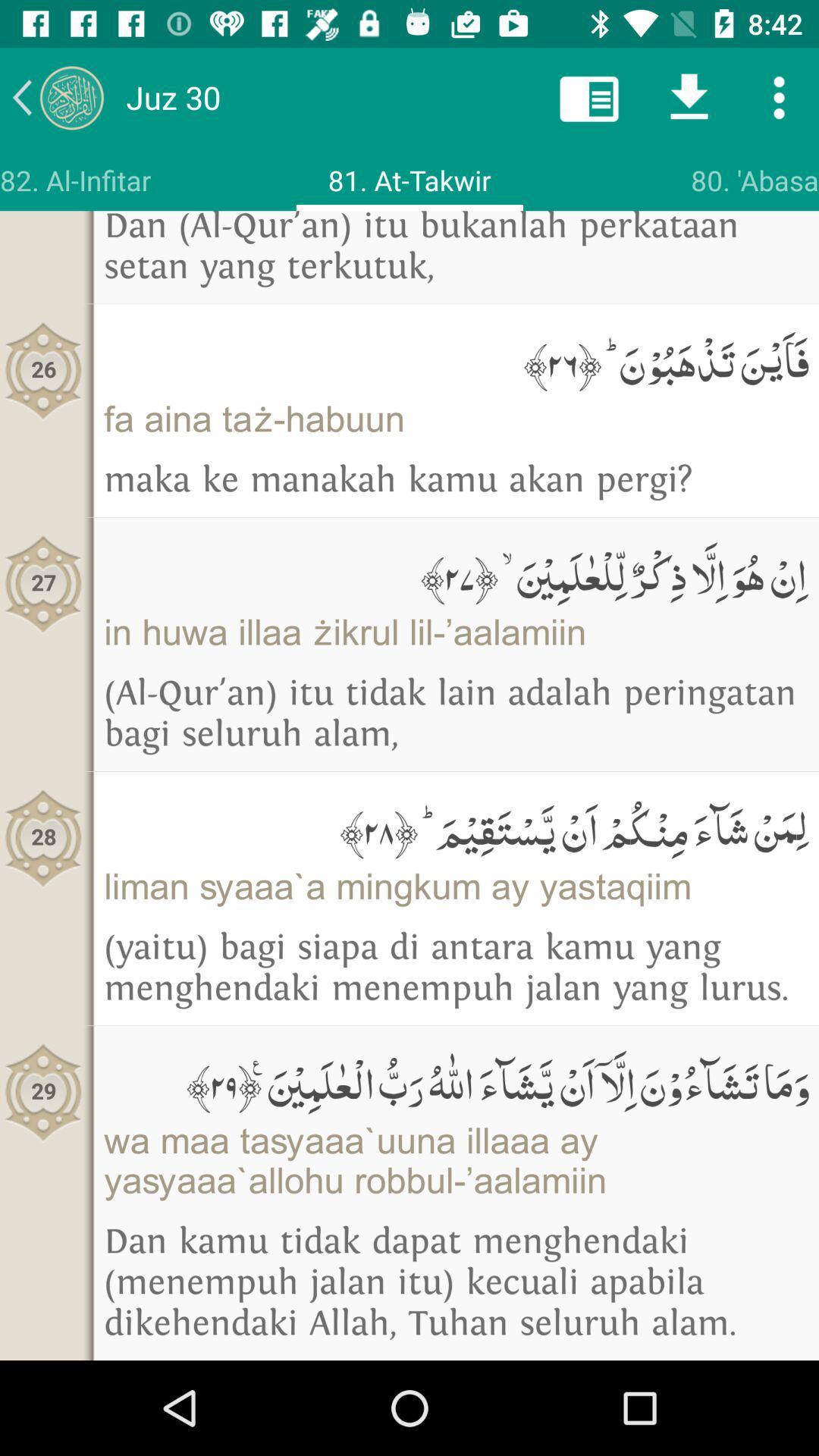 The width and height of the screenshot is (819, 1456). I want to click on icon below dan al qur, so click(455, 359).